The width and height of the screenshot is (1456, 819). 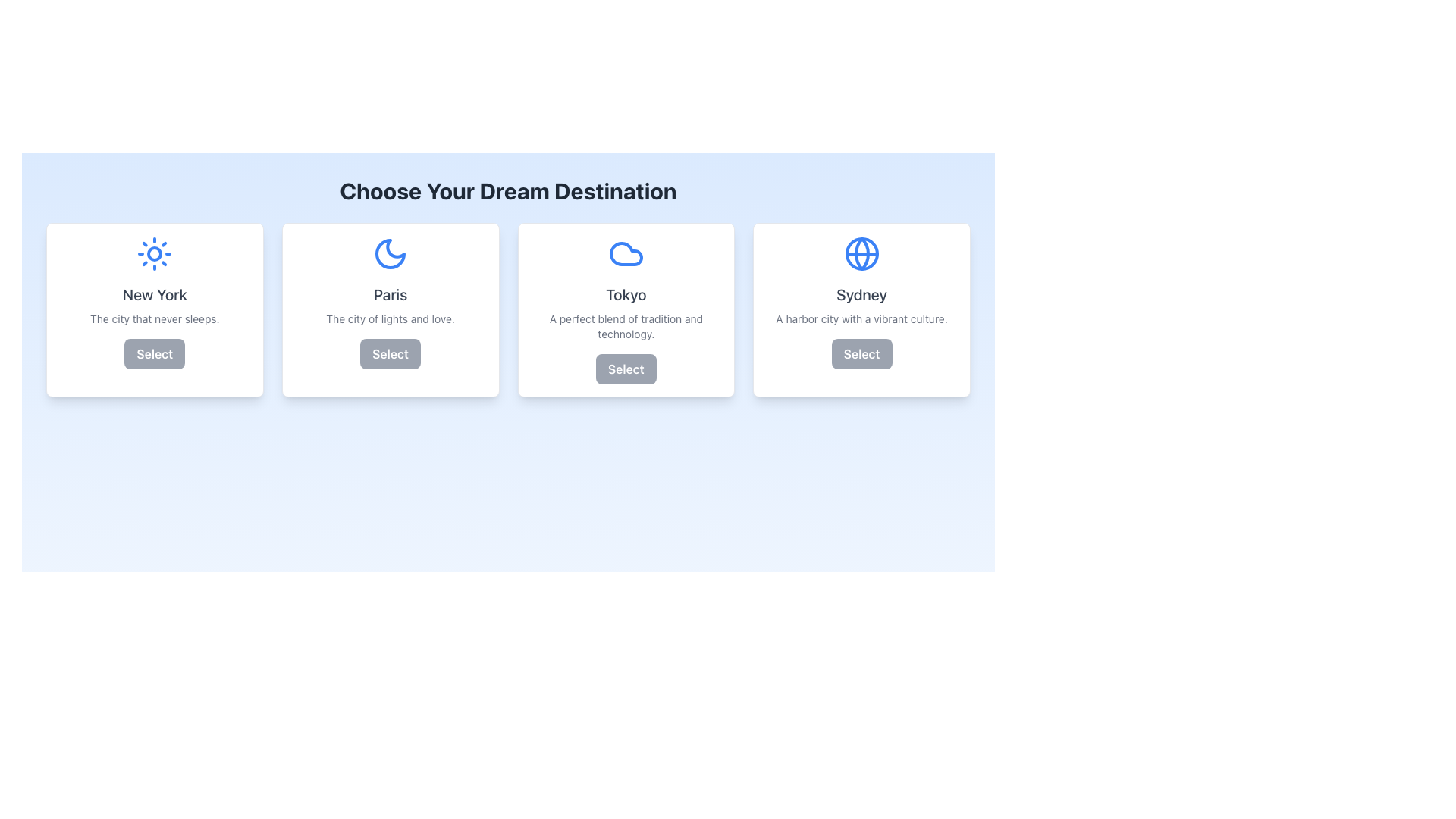 I want to click on static text content located within the 'Tokyo' card, which provides a summary blending tradition with technology, positioned below the title 'Tokyo' and above the 'Select' button, so click(x=626, y=326).